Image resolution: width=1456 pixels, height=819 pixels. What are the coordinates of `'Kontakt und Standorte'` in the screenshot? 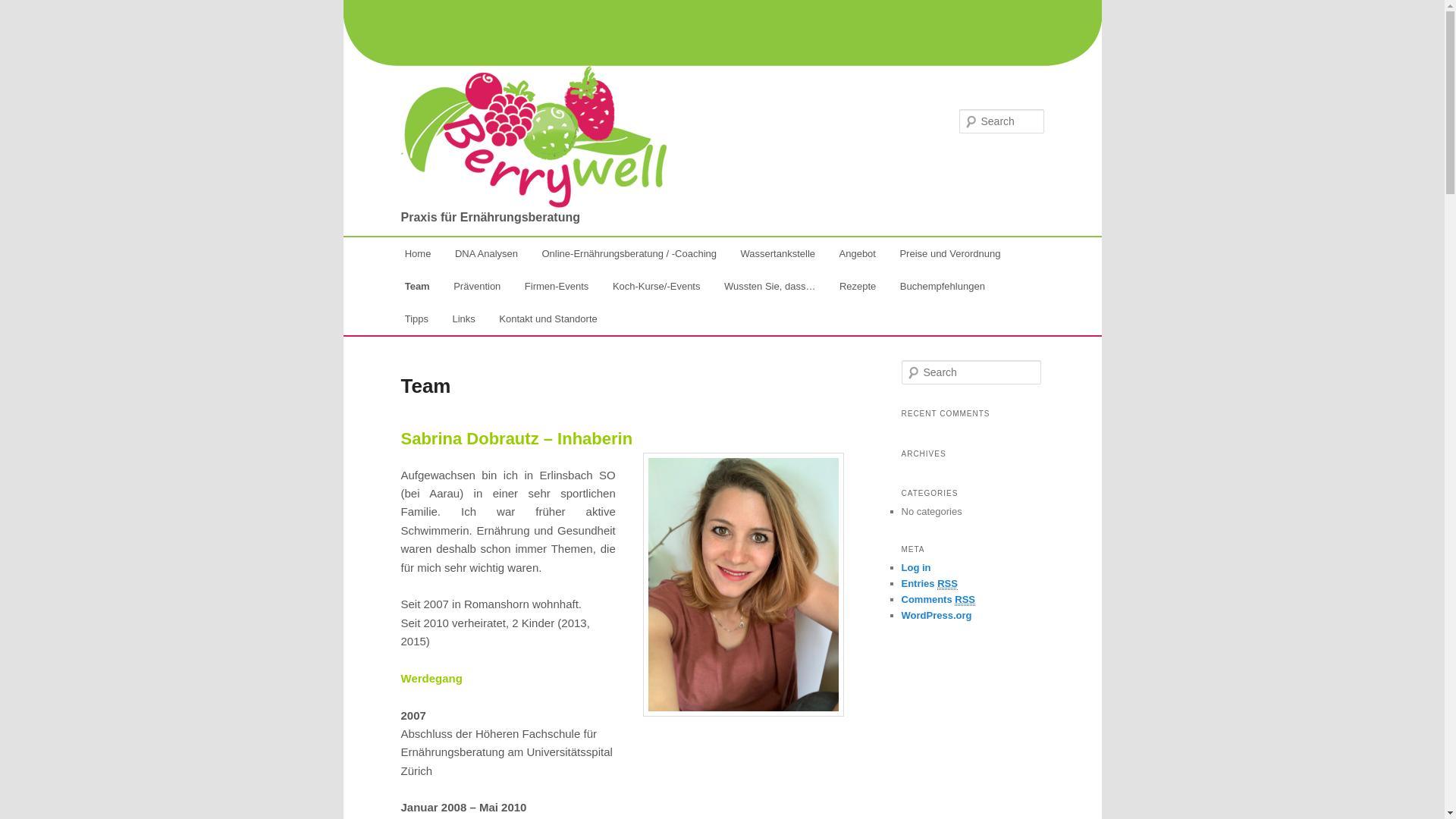 It's located at (548, 318).